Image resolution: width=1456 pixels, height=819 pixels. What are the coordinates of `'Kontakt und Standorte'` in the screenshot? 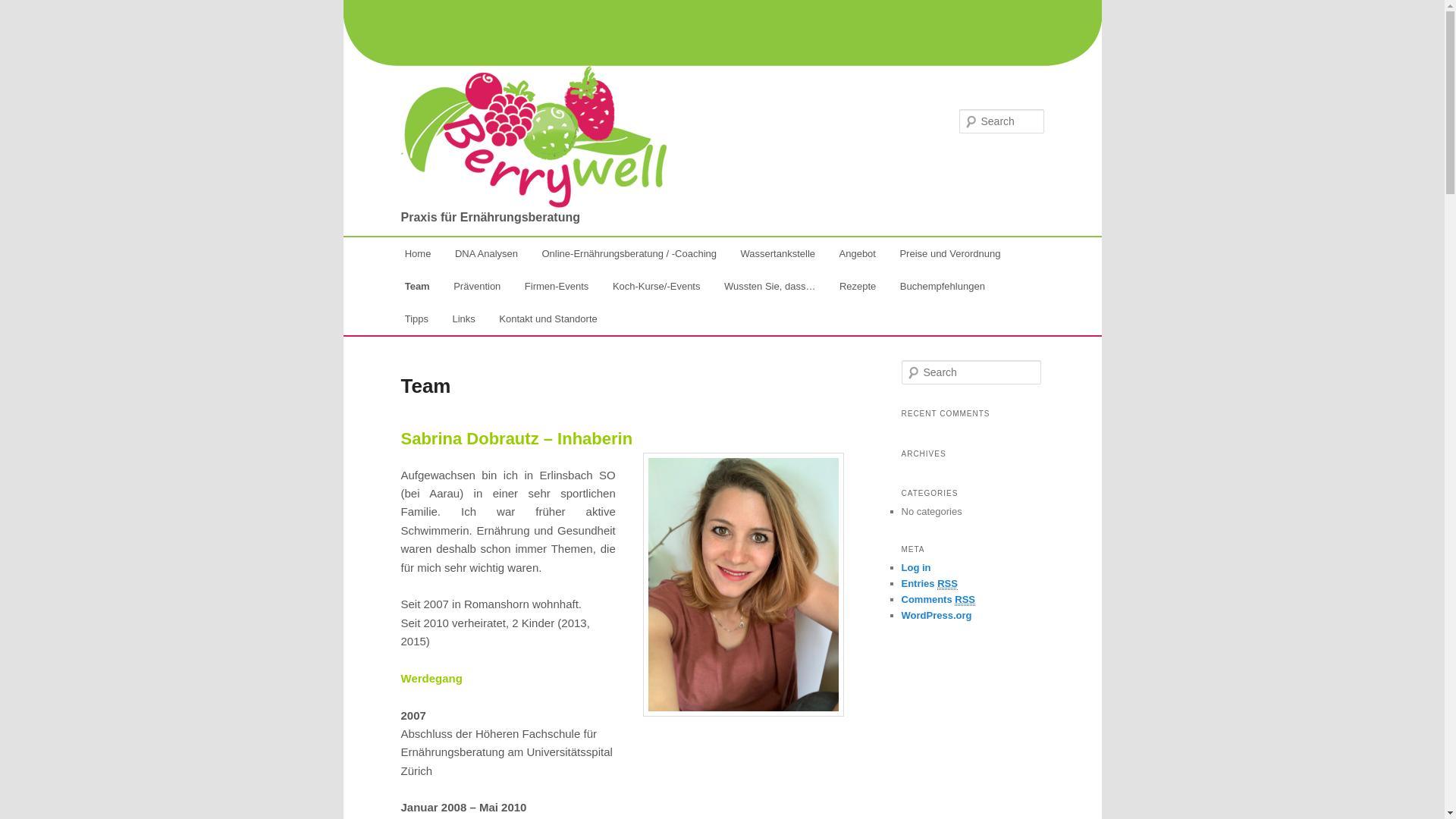 It's located at (548, 318).